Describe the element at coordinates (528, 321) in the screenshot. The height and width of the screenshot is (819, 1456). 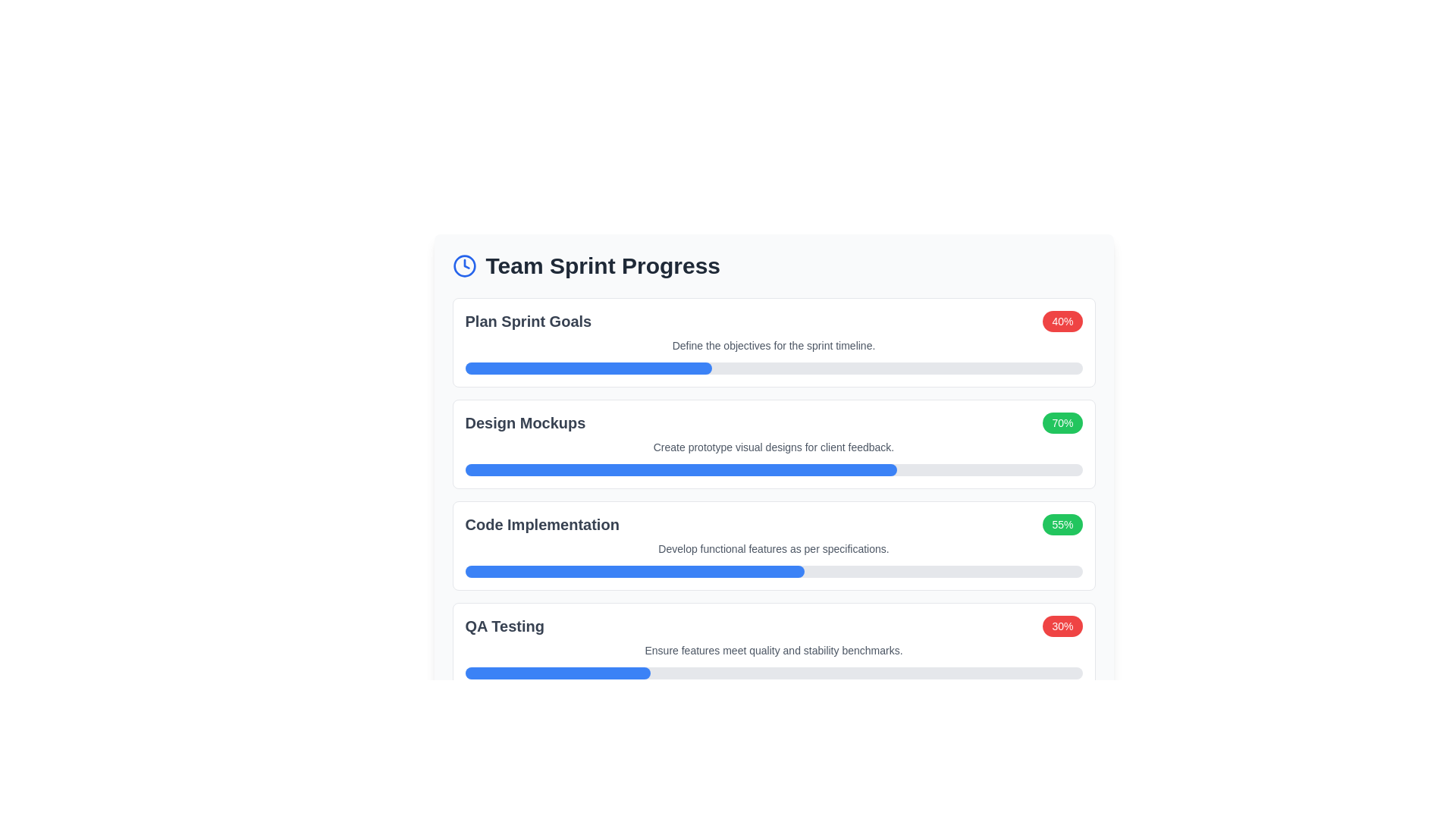
I see `the text of the title or heading within the Text Label that summarizes the specific sprint task, in order to copy it` at that location.